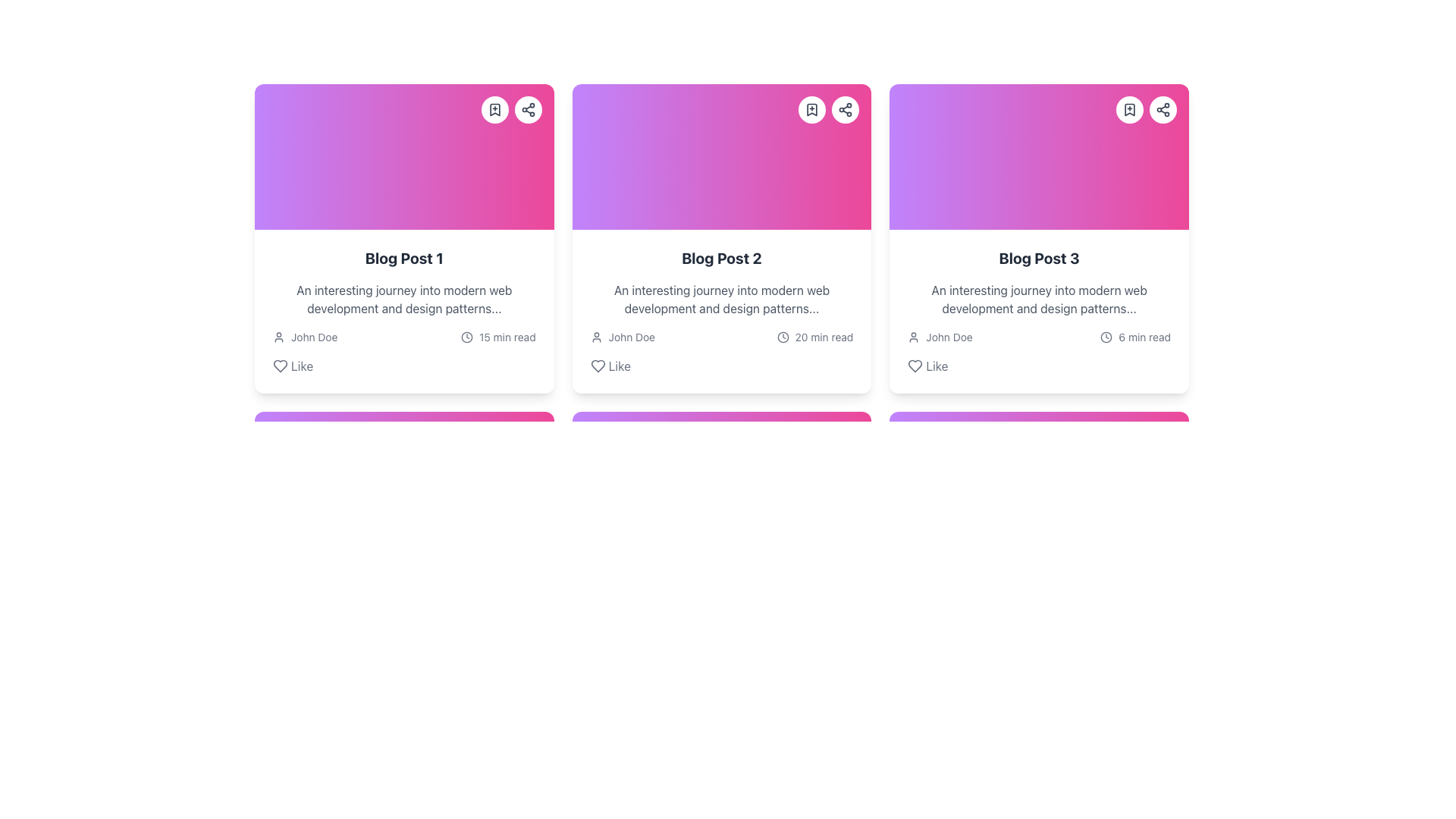 The height and width of the screenshot is (819, 1456). I want to click on the circular shape representing the outer border of the clock icon at the top-right corner of the 'Blog Post 3' card, so click(1106, 336).